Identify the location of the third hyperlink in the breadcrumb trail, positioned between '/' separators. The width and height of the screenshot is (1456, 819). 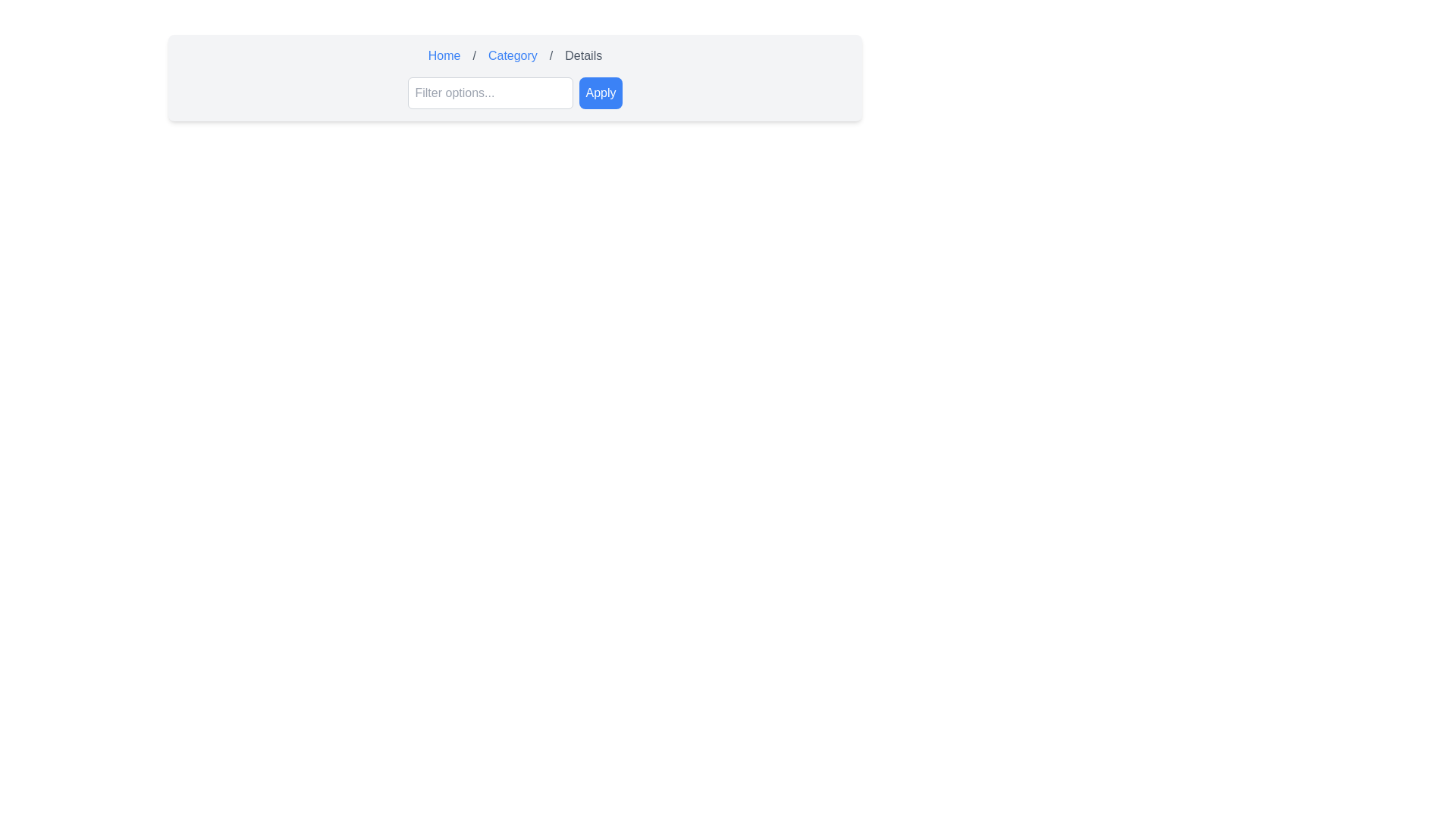
(513, 55).